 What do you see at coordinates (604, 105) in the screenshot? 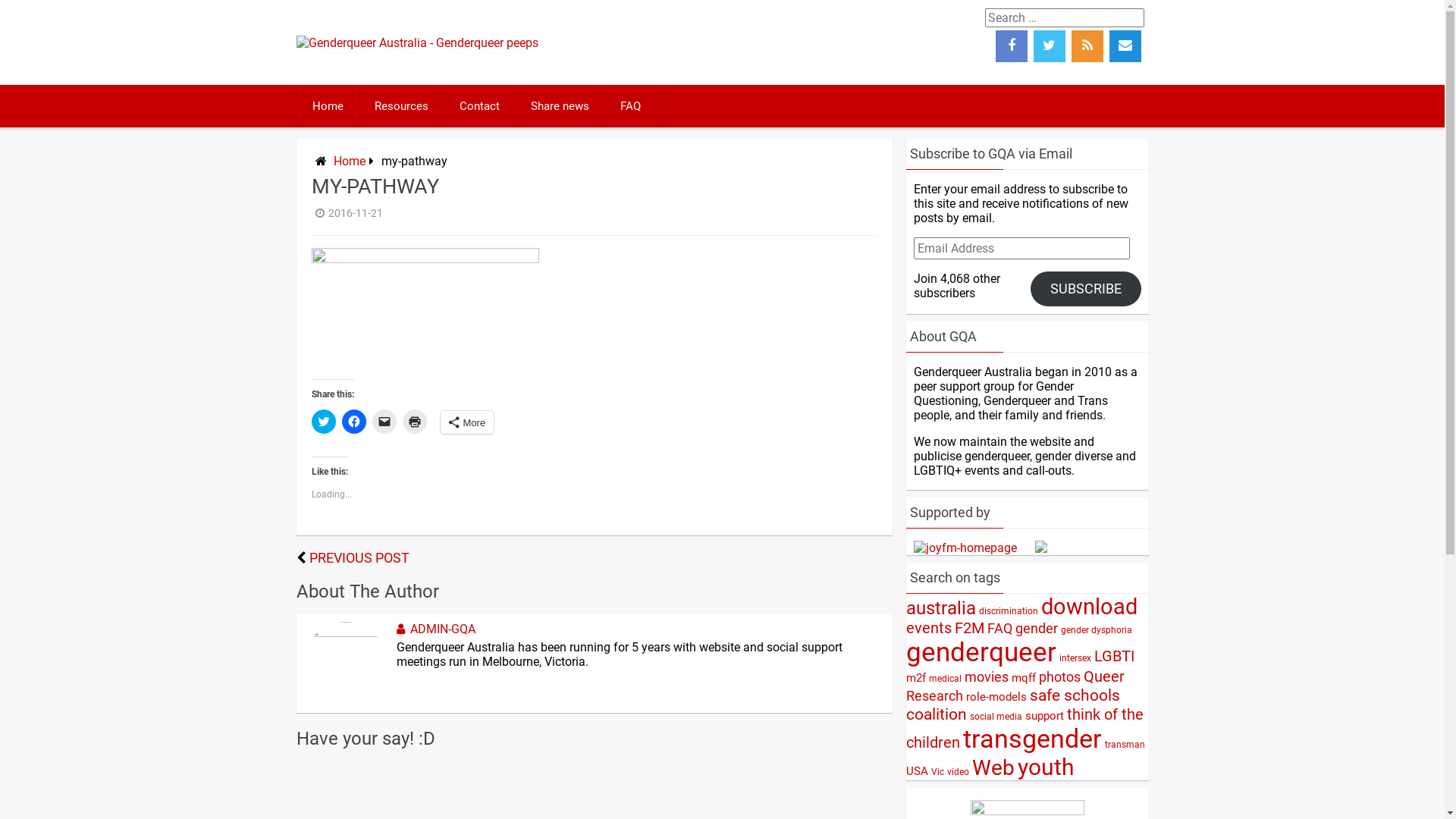
I see `'FAQ'` at bounding box center [604, 105].